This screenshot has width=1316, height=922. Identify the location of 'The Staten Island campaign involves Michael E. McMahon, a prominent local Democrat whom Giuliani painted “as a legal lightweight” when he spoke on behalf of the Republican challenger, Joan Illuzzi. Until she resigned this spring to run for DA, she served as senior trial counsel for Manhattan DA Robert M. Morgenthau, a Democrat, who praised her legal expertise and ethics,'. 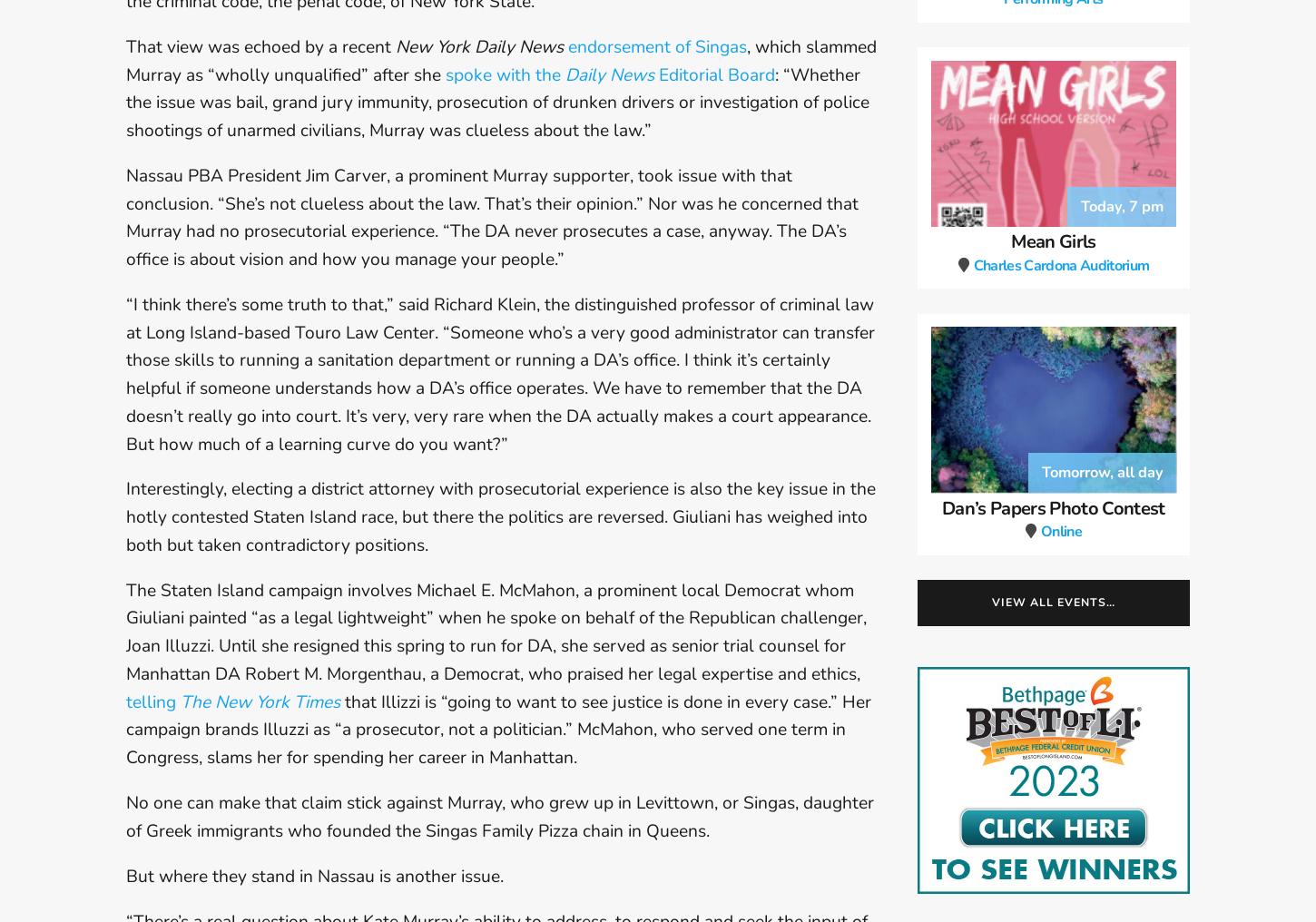
(496, 630).